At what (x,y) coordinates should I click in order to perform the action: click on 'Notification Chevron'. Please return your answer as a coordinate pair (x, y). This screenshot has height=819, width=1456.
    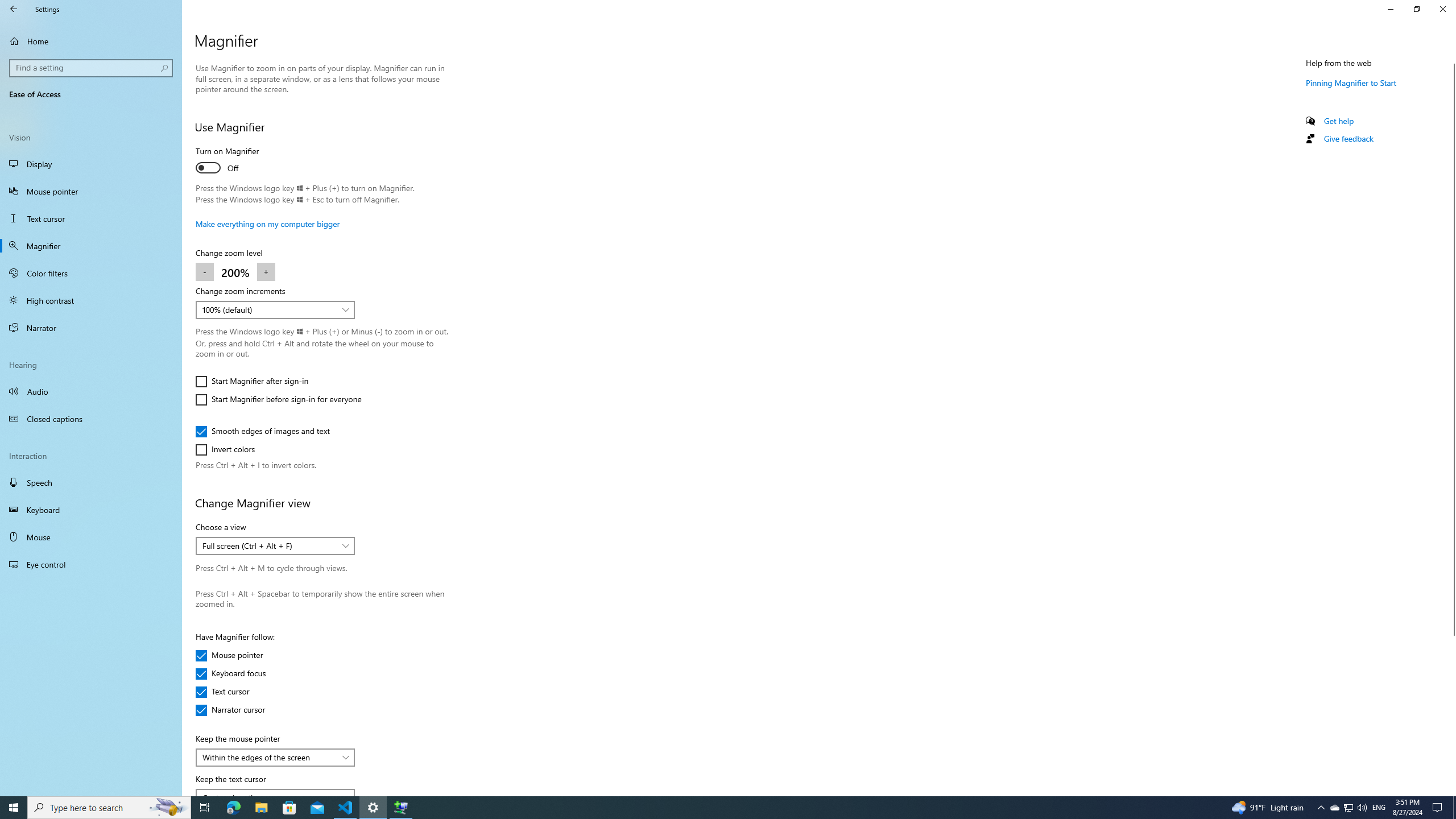
    Looking at the image, I should click on (1321, 806).